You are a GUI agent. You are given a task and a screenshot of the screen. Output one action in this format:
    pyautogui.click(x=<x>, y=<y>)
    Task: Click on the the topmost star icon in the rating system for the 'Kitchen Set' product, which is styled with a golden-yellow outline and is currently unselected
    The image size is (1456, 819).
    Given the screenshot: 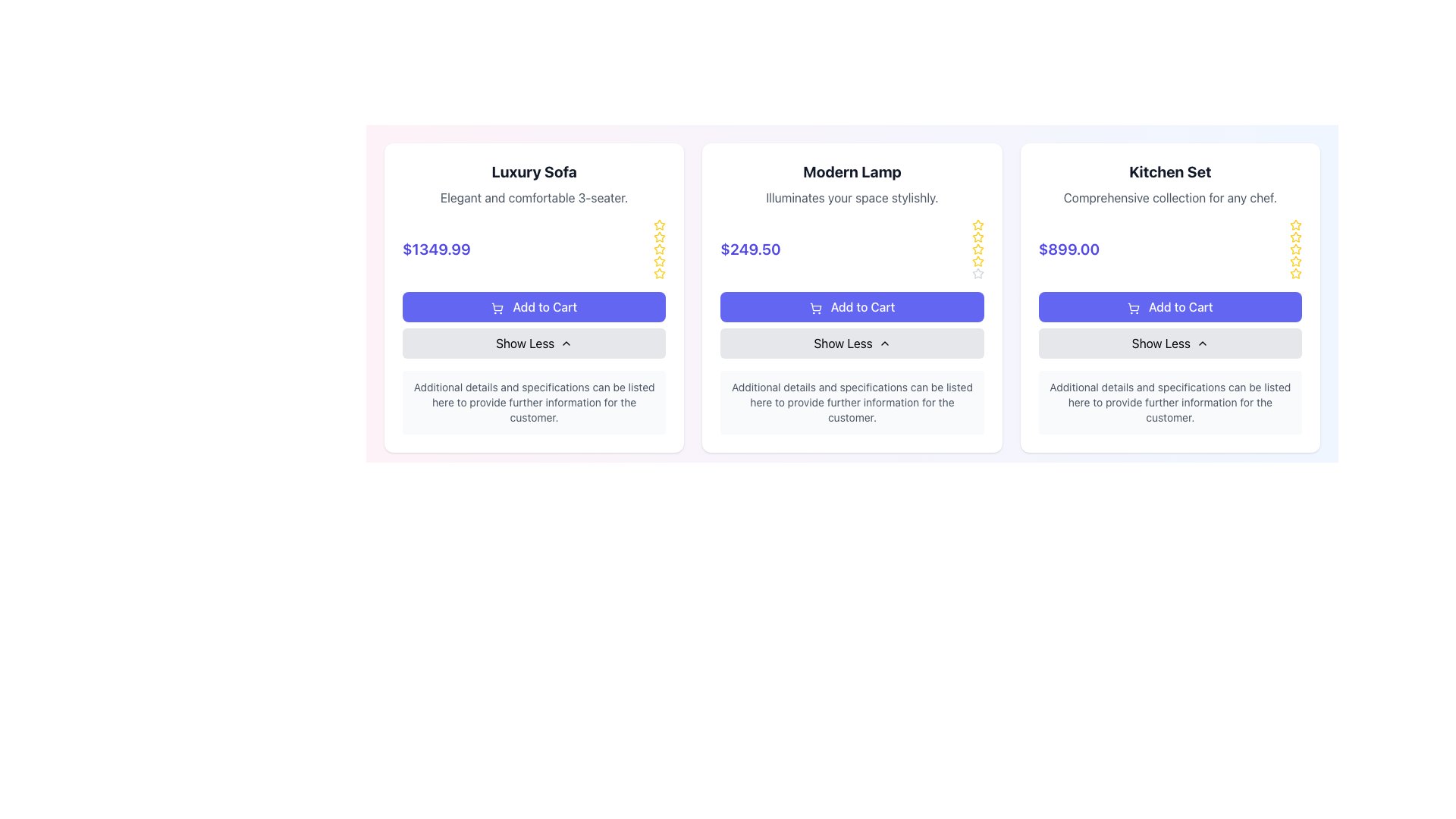 What is the action you would take?
    pyautogui.click(x=1294, y=225)
    